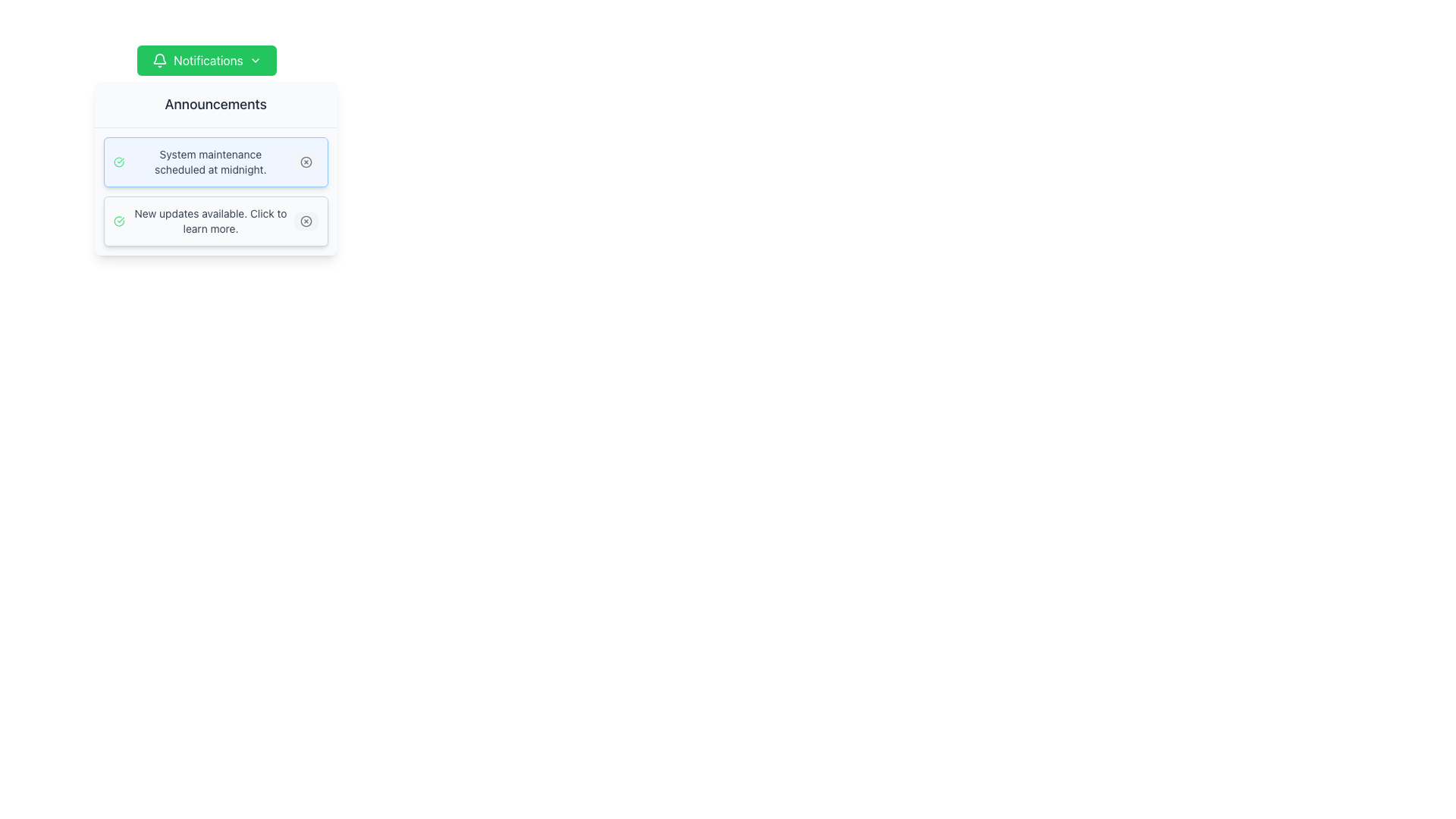  What do you see at coordinates (118, 162) in the screenshot?
I see `the success icon located in the upper notification card of the 'Announcements' section, positioned to the left of the text 'System maintenance scheduled at midnight.'` at bounding box center [118, 162].